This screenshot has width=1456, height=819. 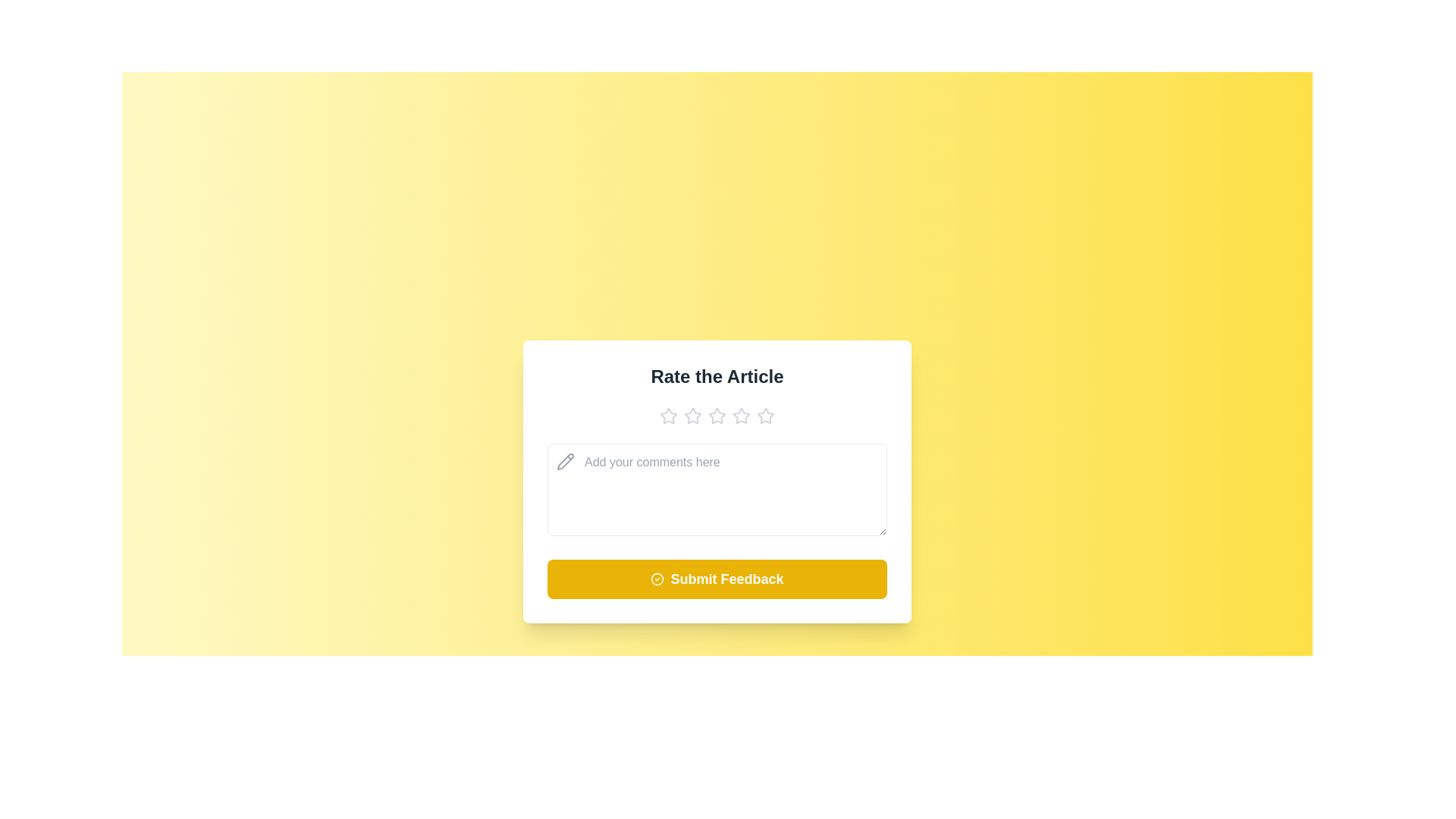 What do you see at coordinates (765, 415) in the screenshot?
I see `the fifth star icon used for ratings, which is centrally located below the heading 'Rate the Article' and above the comment input area` at bounding box center [765, 415].